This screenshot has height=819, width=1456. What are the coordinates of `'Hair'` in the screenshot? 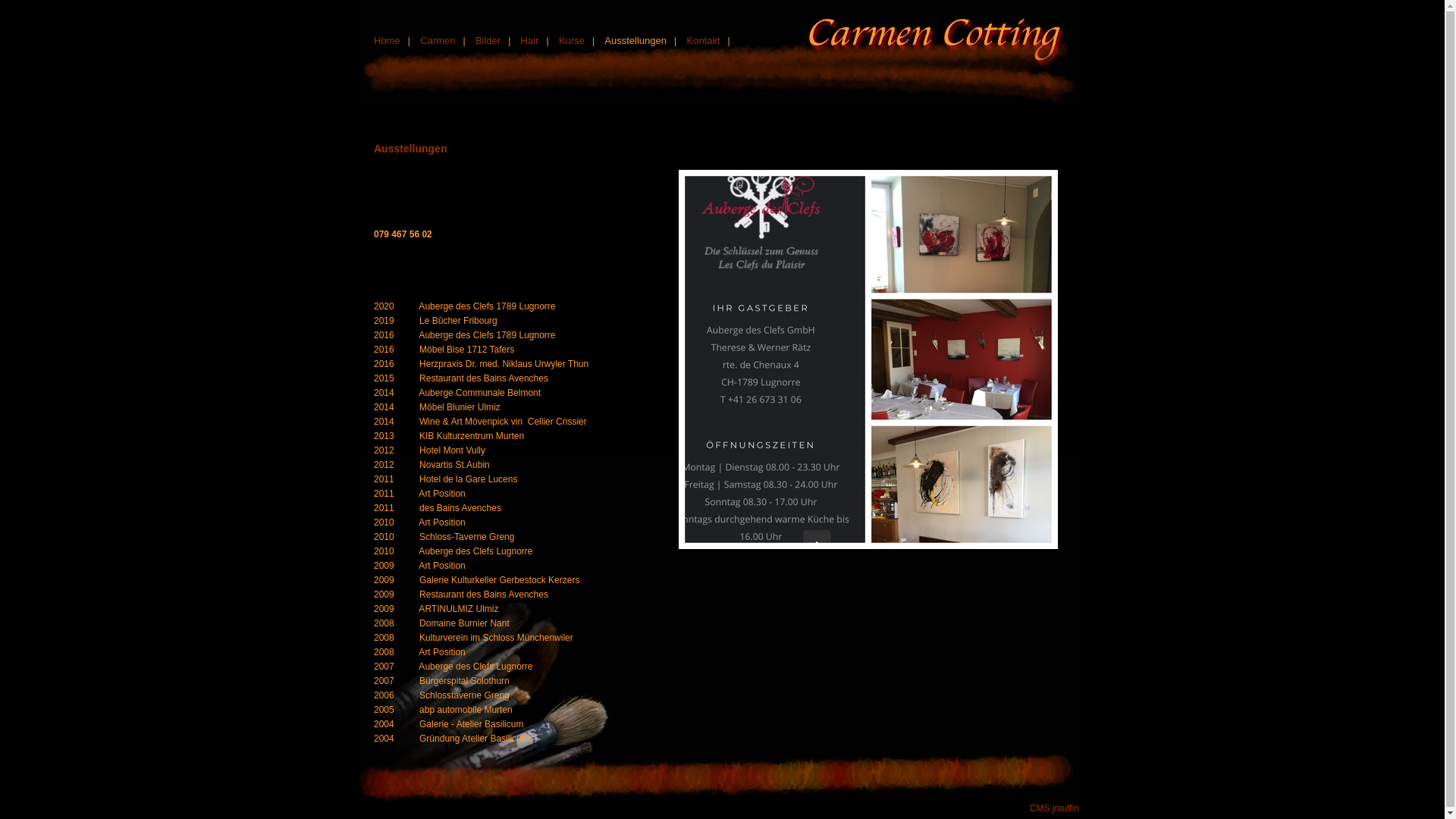 It's located at (530, 39).